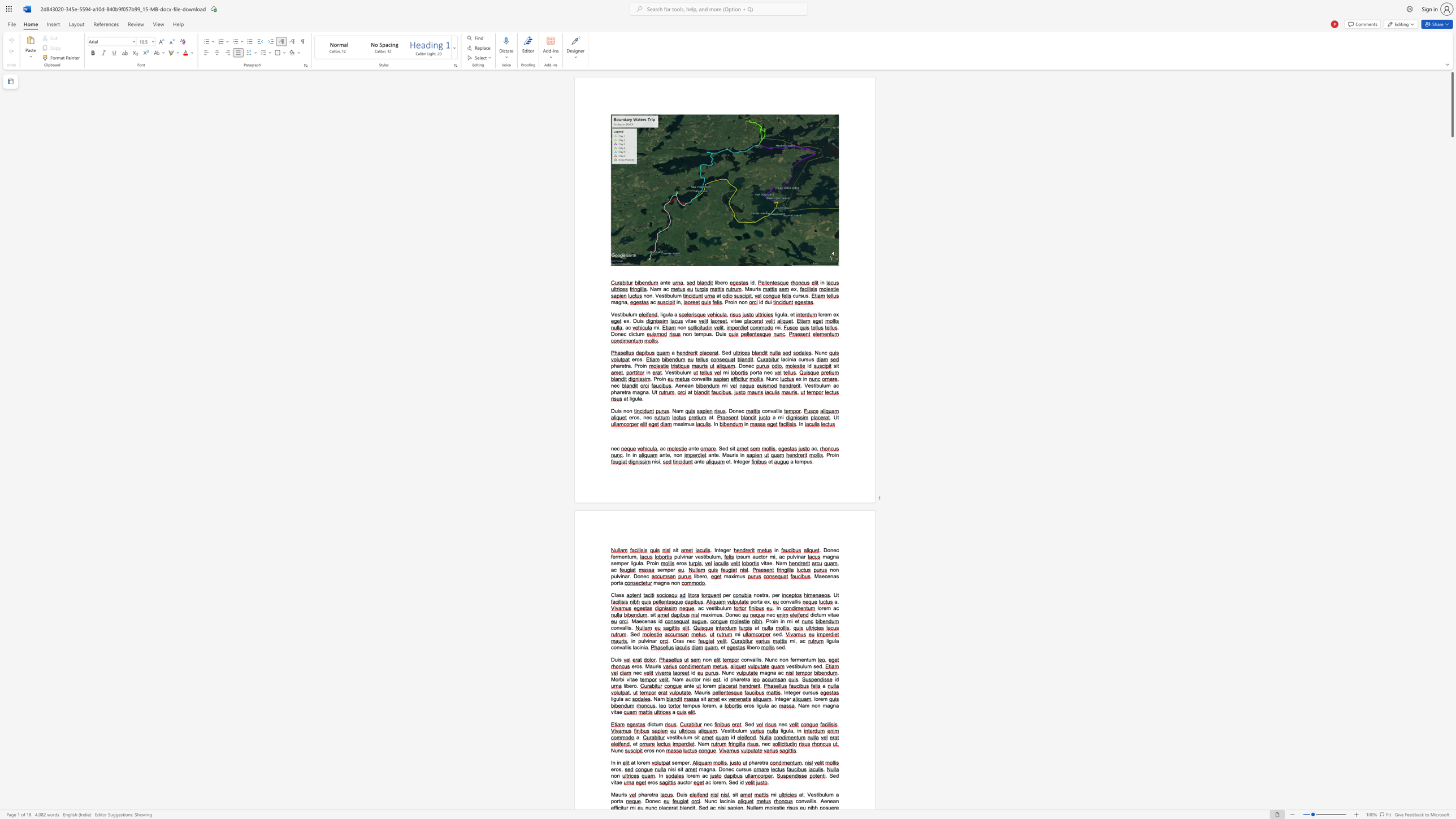  I want to click on the 1th character "i" in the text, so click(764, 563).